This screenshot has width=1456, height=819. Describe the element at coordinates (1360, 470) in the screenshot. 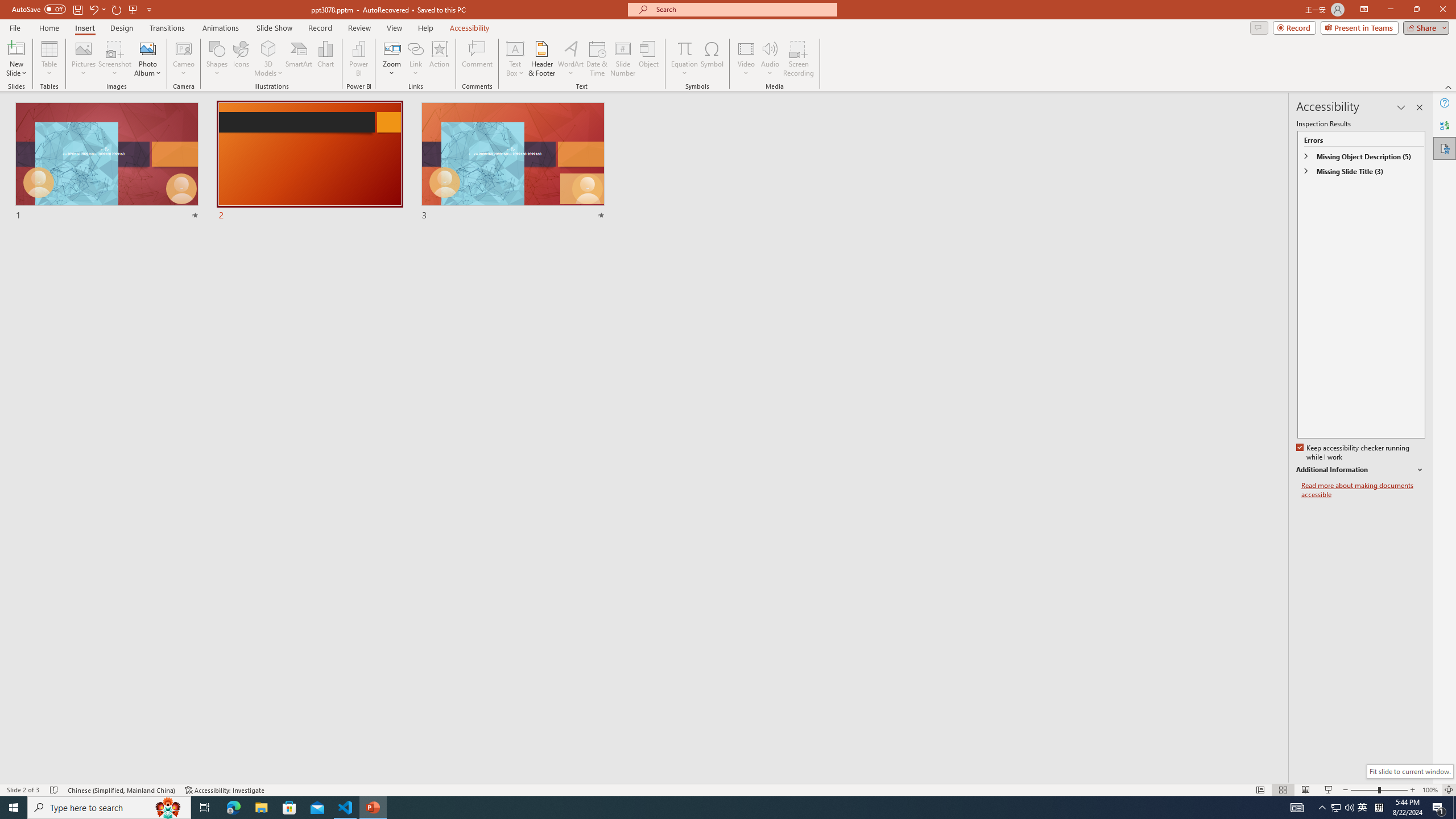

I see `'Additional Information'` at that location.